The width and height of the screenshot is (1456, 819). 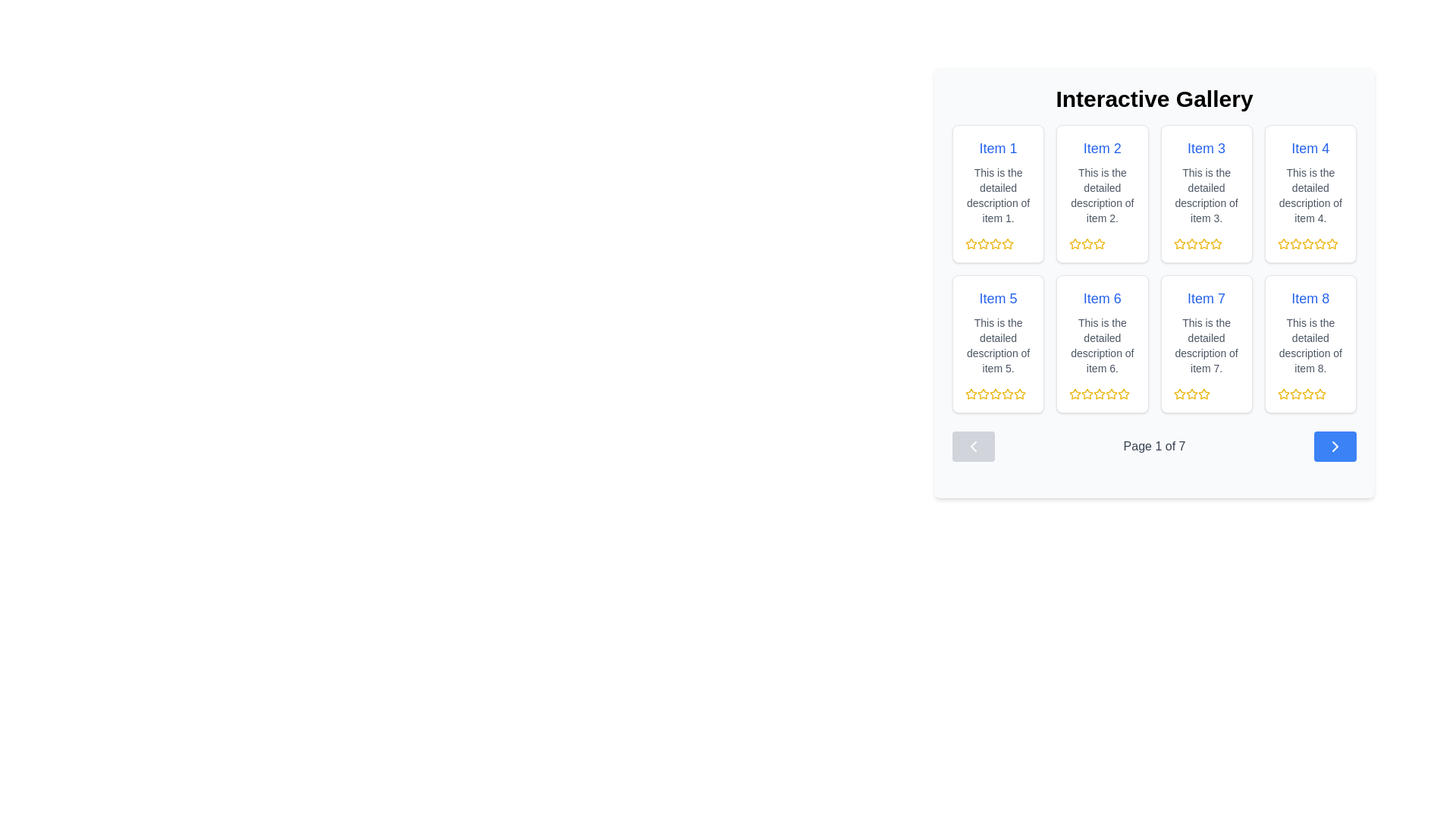 What do you see at coordinates (1205, 243) in the screenshot?
I see `the individual stars in the Rating component for 'Item 3' located in the third card of the 'Interactive Gallery' to update the rating` at bounding box center [1205, 243].